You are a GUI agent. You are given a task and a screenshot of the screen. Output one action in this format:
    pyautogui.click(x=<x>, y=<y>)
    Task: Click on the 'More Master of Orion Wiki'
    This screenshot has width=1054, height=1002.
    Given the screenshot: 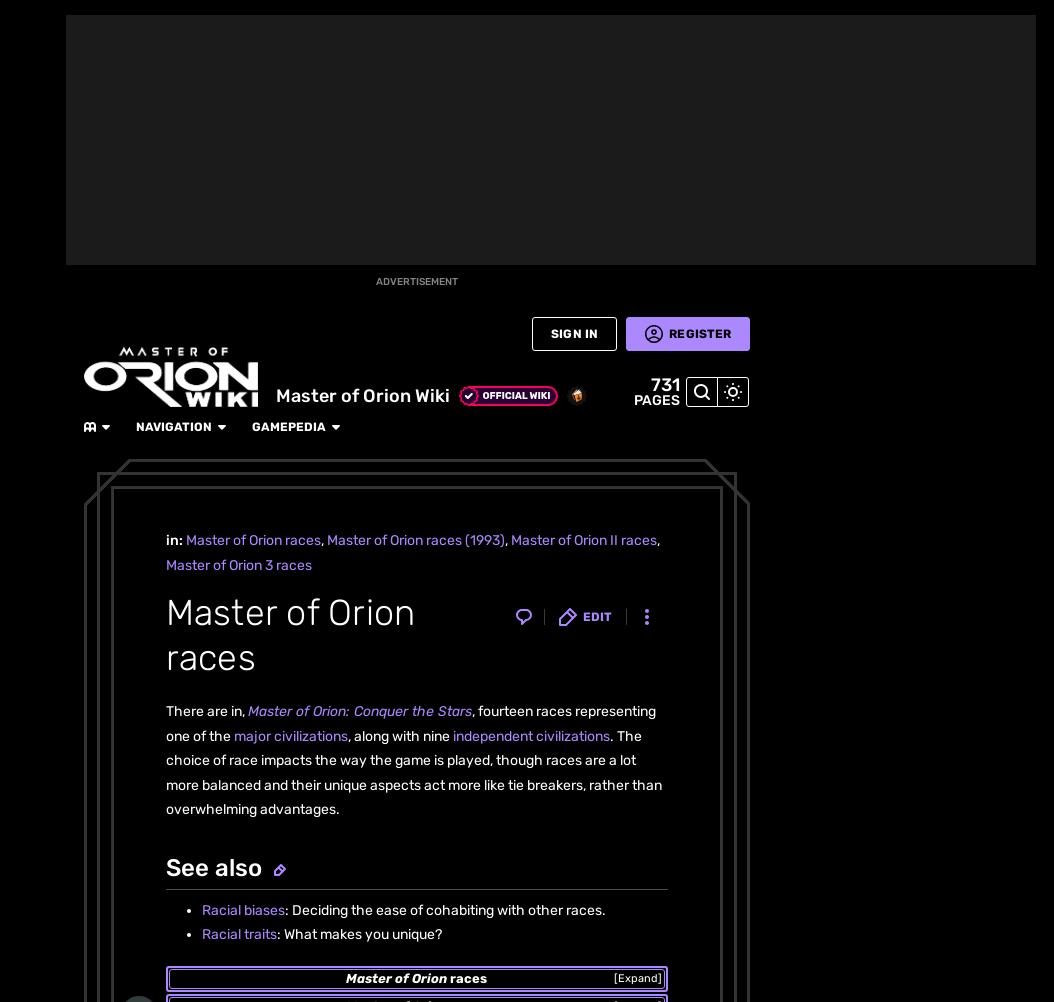 What is the action you would take?
    pyautogui.click(x=208, y=221)
    